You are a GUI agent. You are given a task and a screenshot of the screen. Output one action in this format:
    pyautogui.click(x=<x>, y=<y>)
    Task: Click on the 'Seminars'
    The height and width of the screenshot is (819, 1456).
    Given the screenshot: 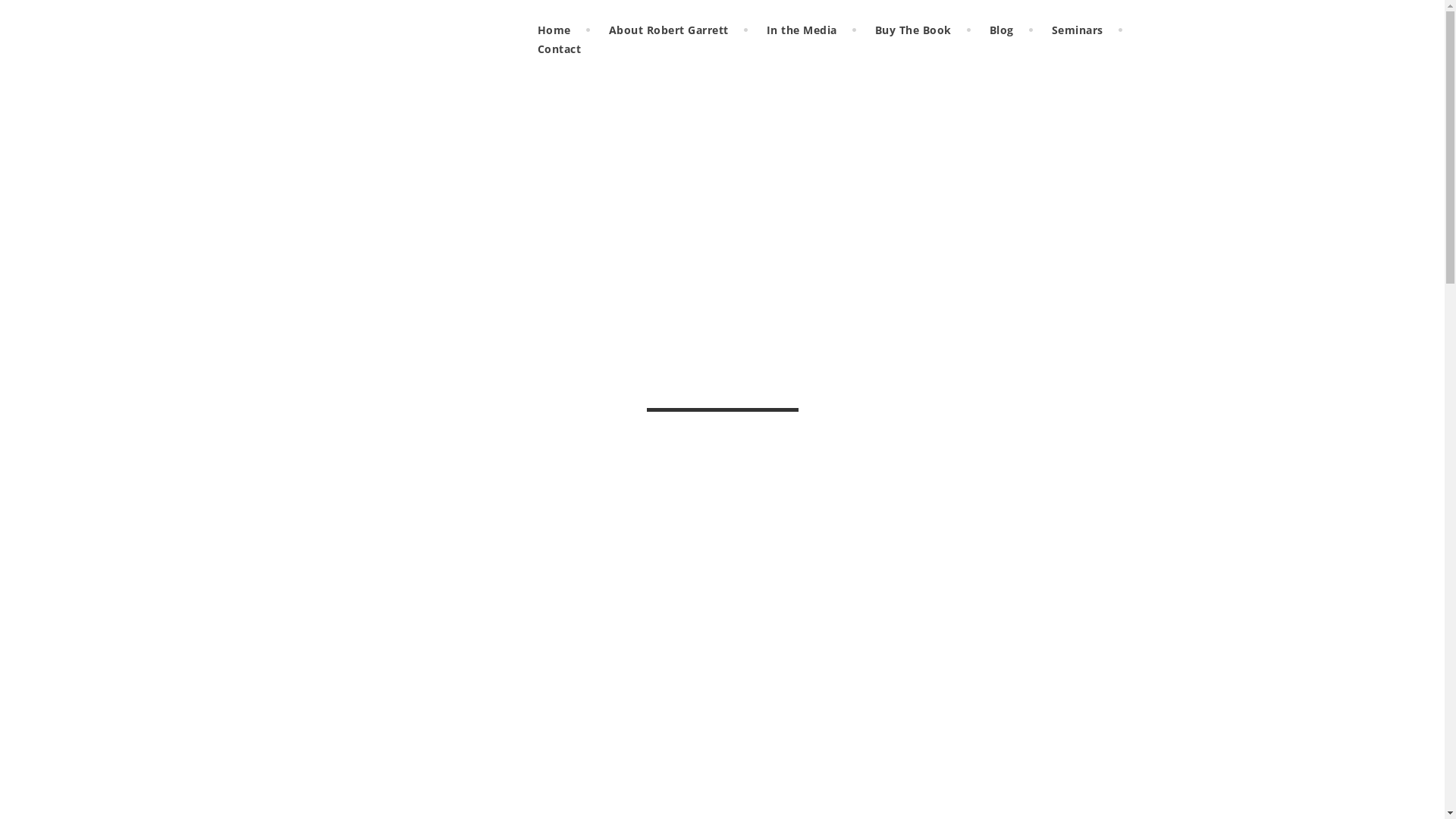 What is the action you would take?
    pyautogui.click(x=1076, y=30)
    